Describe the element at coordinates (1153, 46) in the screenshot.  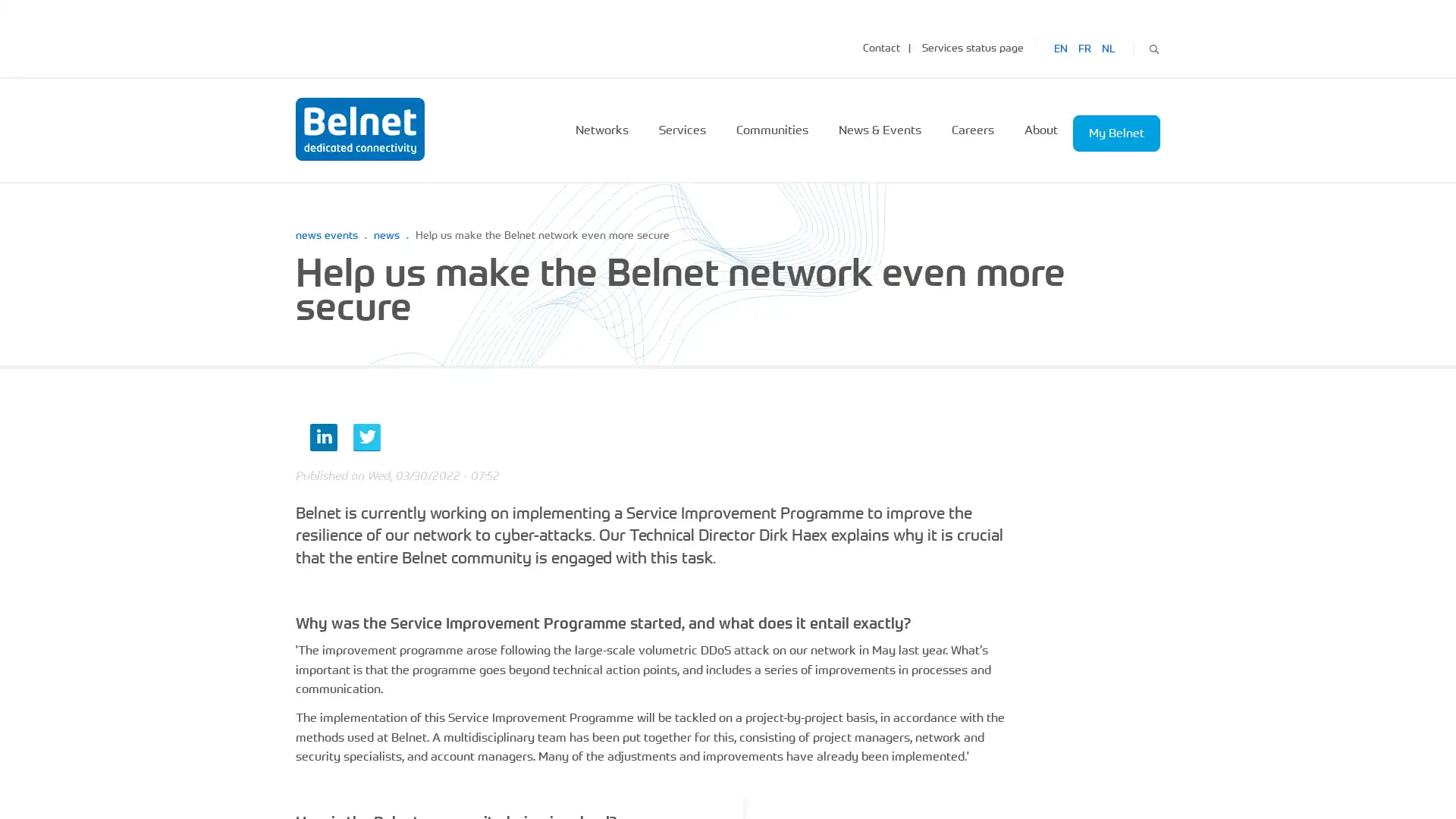
I see `Search` at that location.